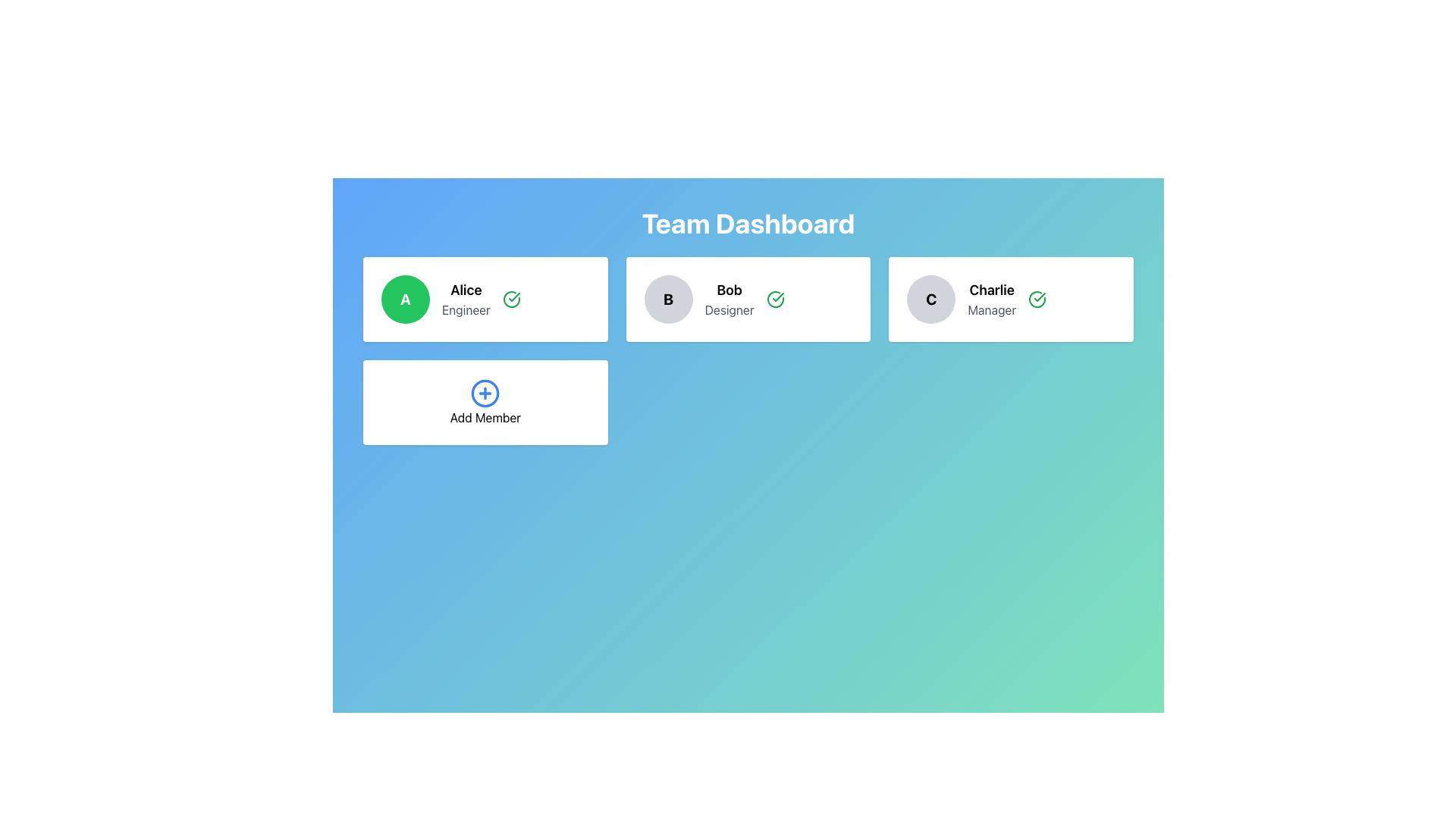  I want to click on assistive tools, so click(730, 290).